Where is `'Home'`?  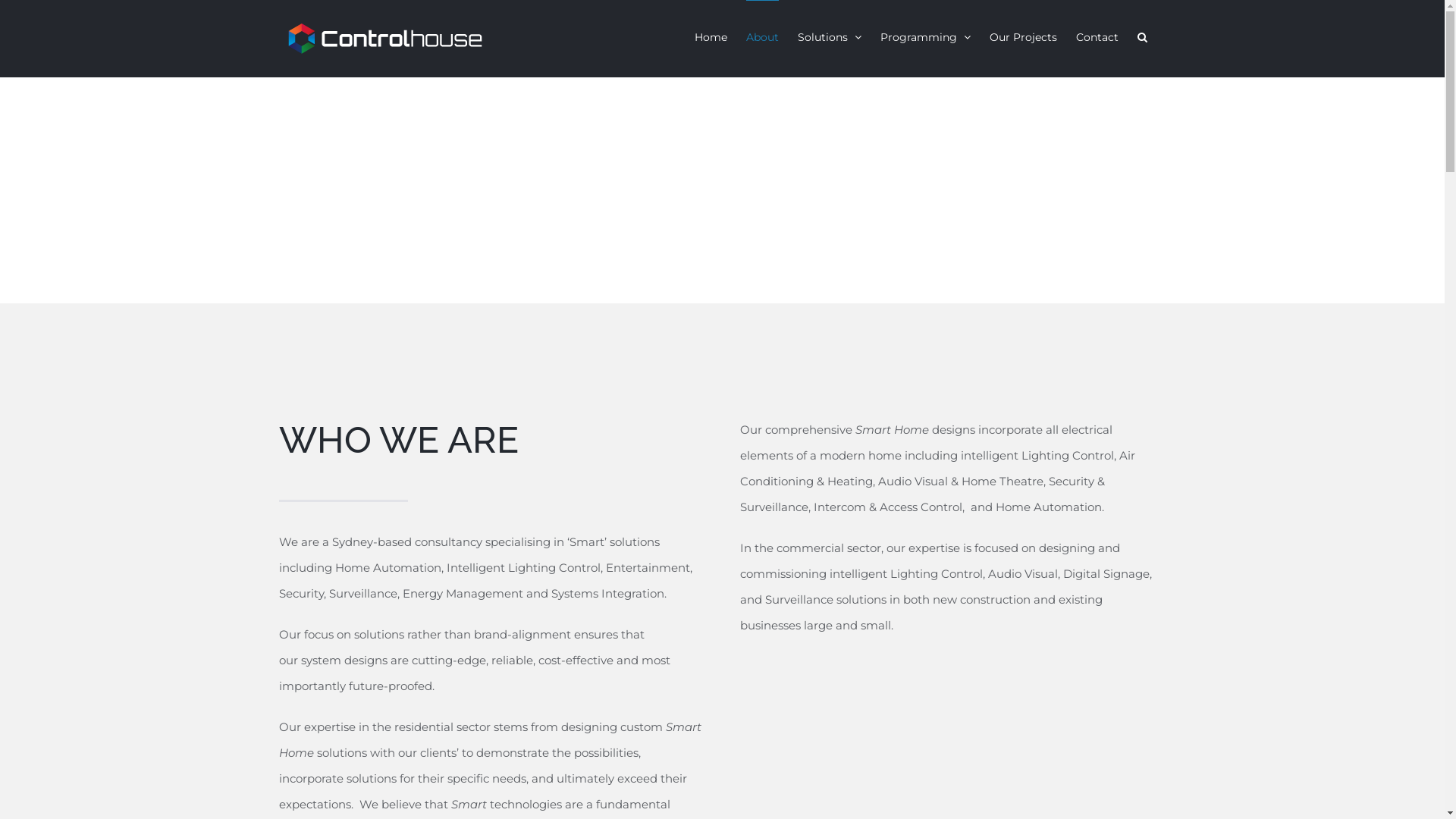
'Home' is located at coordinates (710, 35).